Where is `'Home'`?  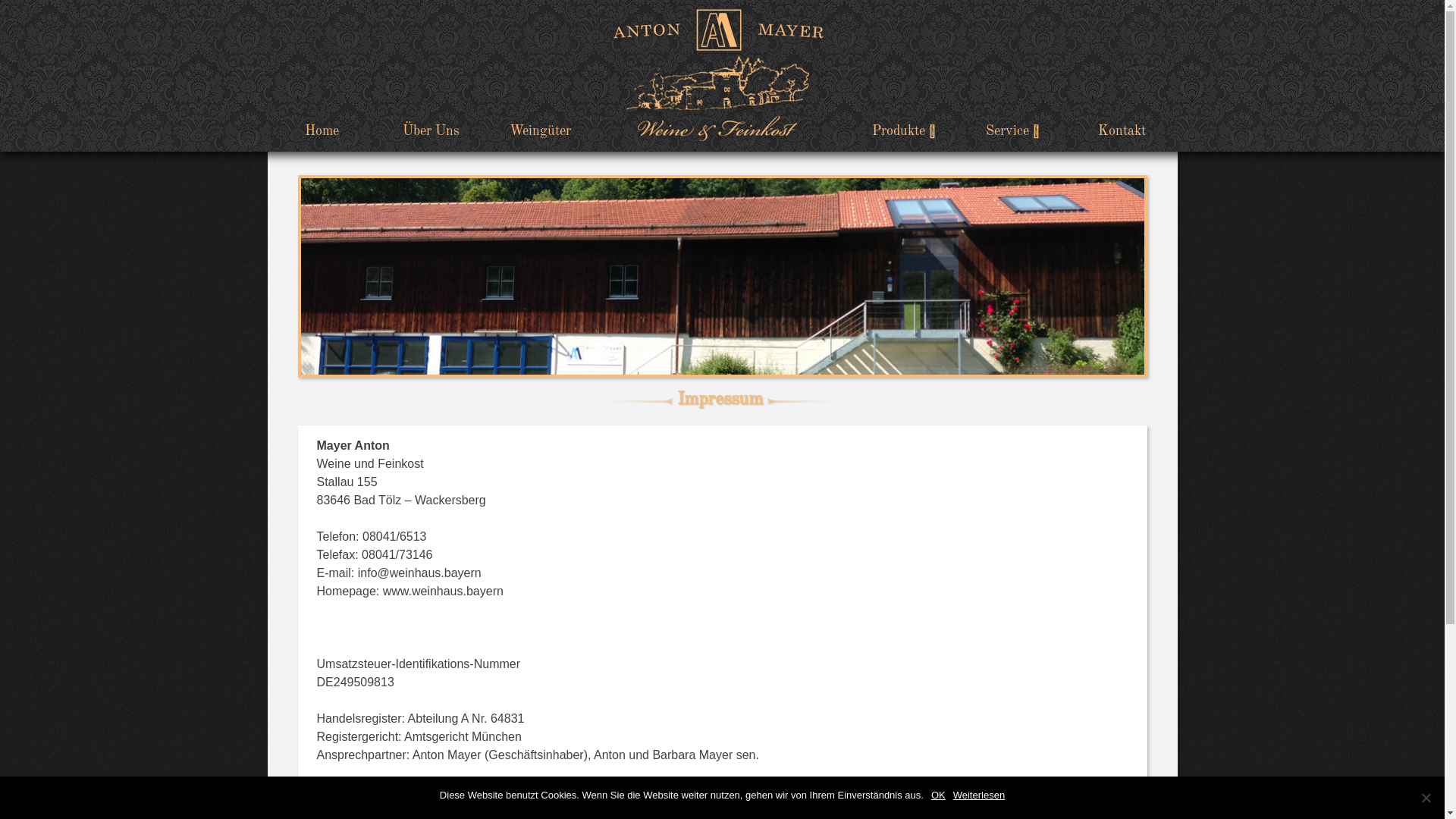 'Home' is located at coordinates (320, 130).